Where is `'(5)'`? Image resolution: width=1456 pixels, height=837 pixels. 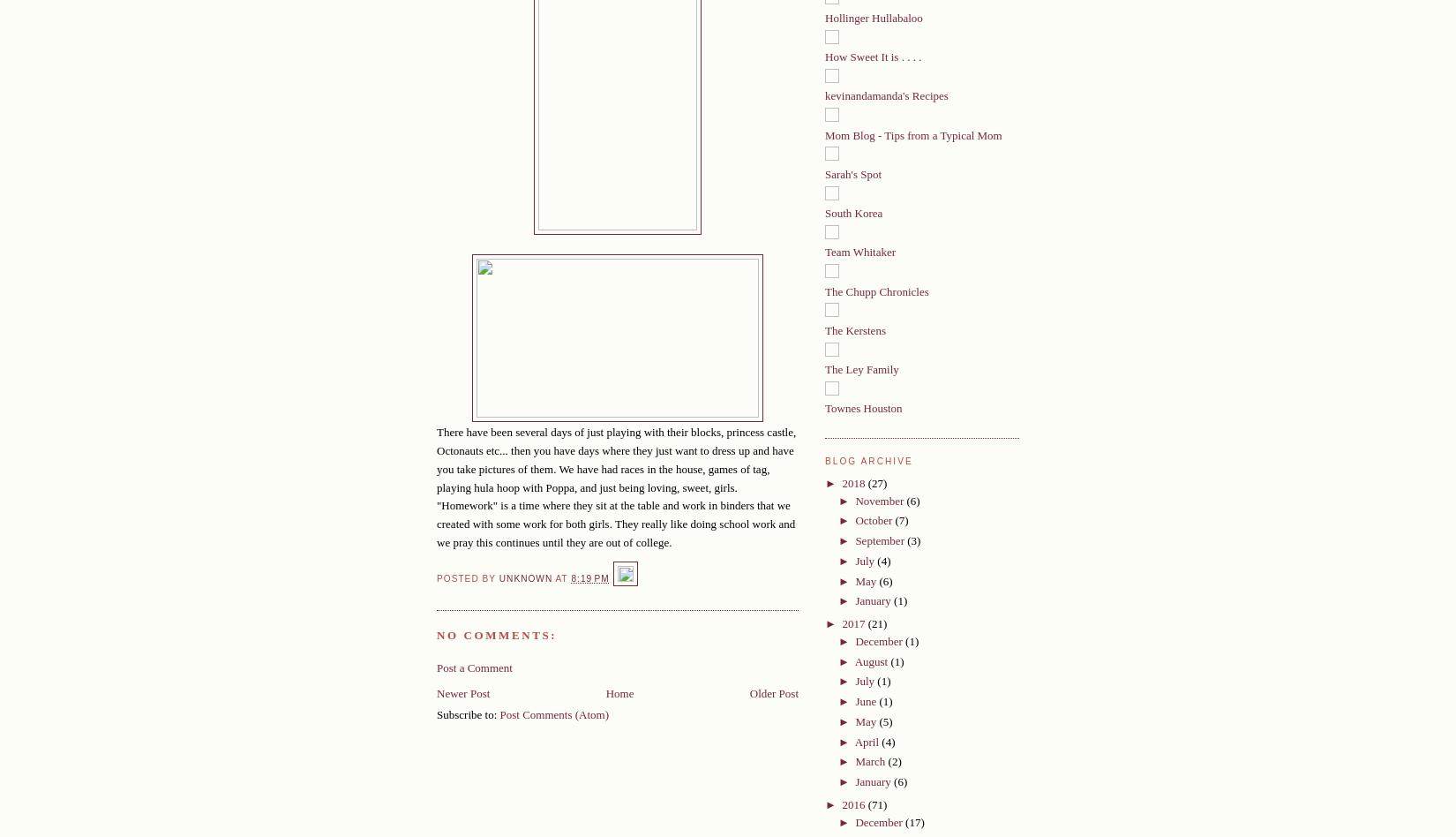 '(5)' is located at coordinates (885, 720).